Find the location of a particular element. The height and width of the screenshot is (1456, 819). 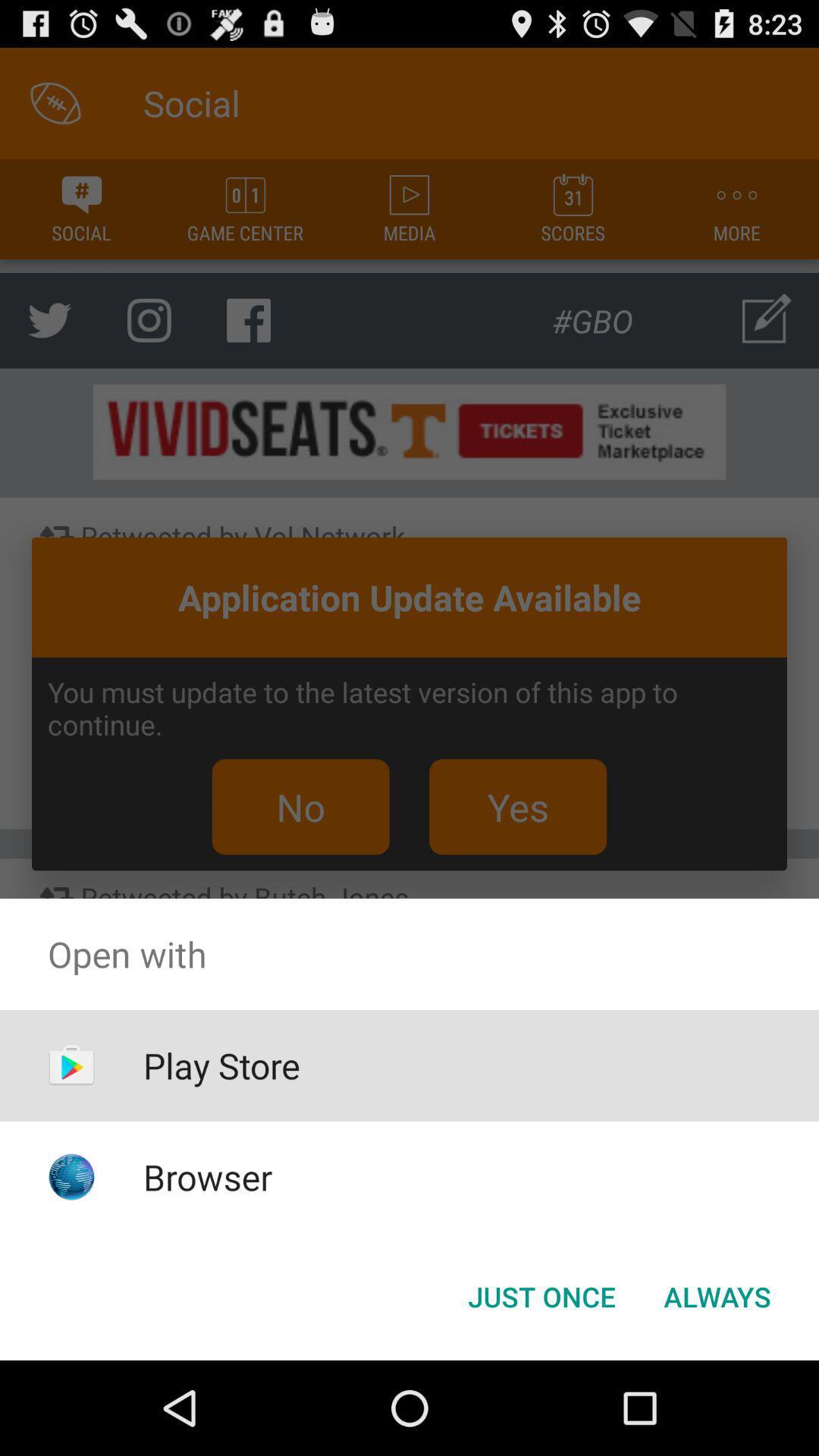

the icon next to just once button is located at coordinates (717, 1295).